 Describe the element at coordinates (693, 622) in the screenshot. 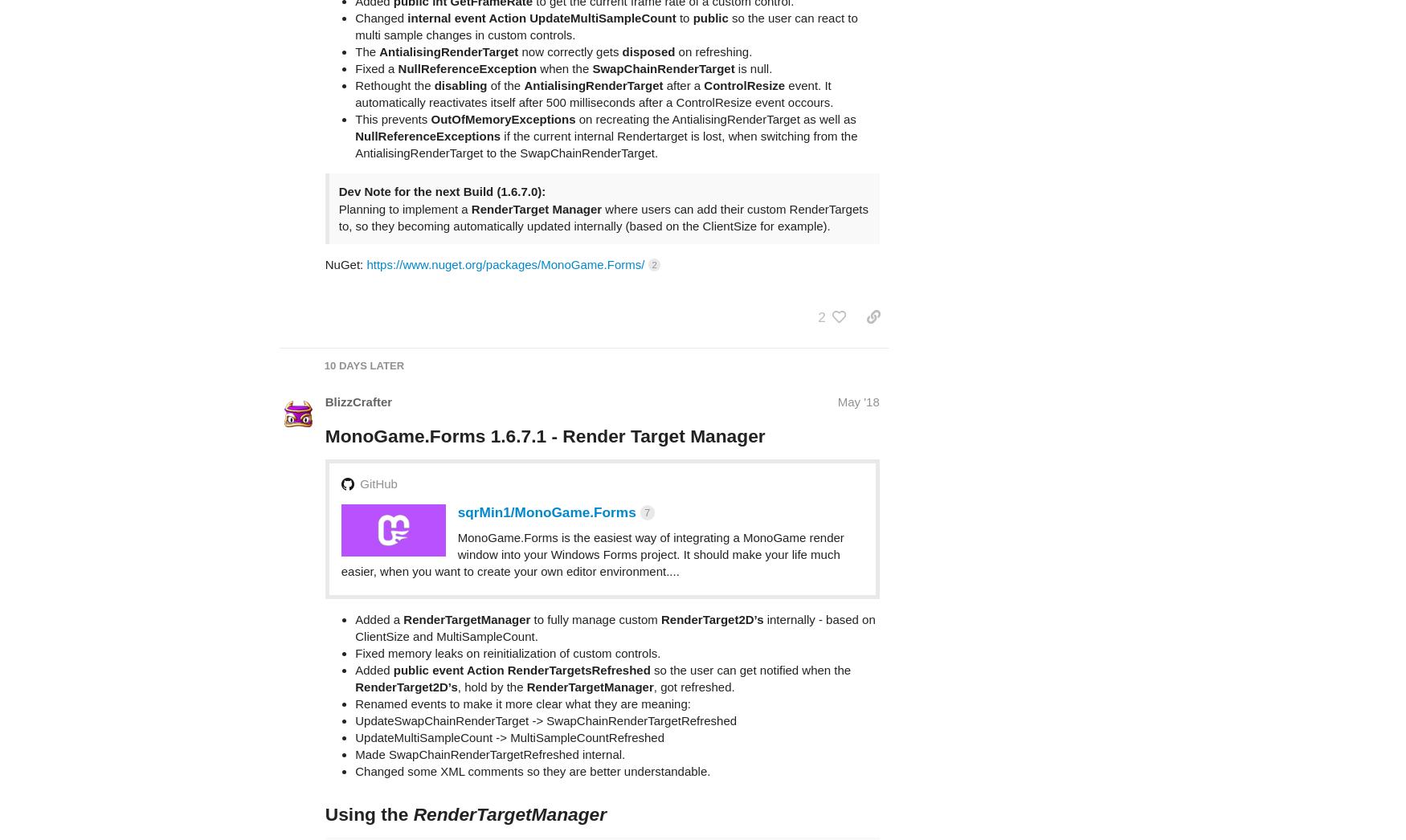

I see `', got refreshed.'` at that location.